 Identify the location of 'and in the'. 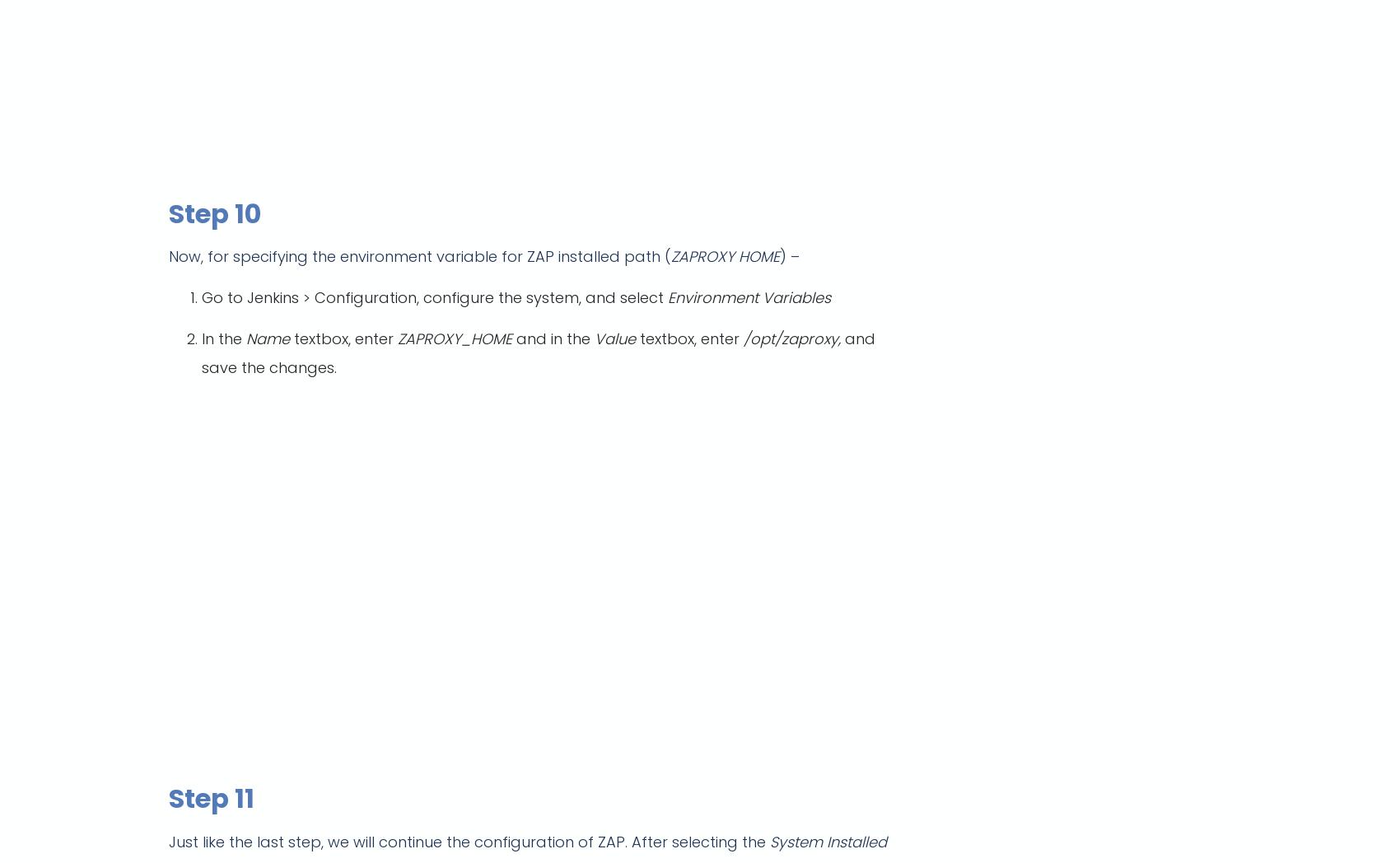
(511, 338).